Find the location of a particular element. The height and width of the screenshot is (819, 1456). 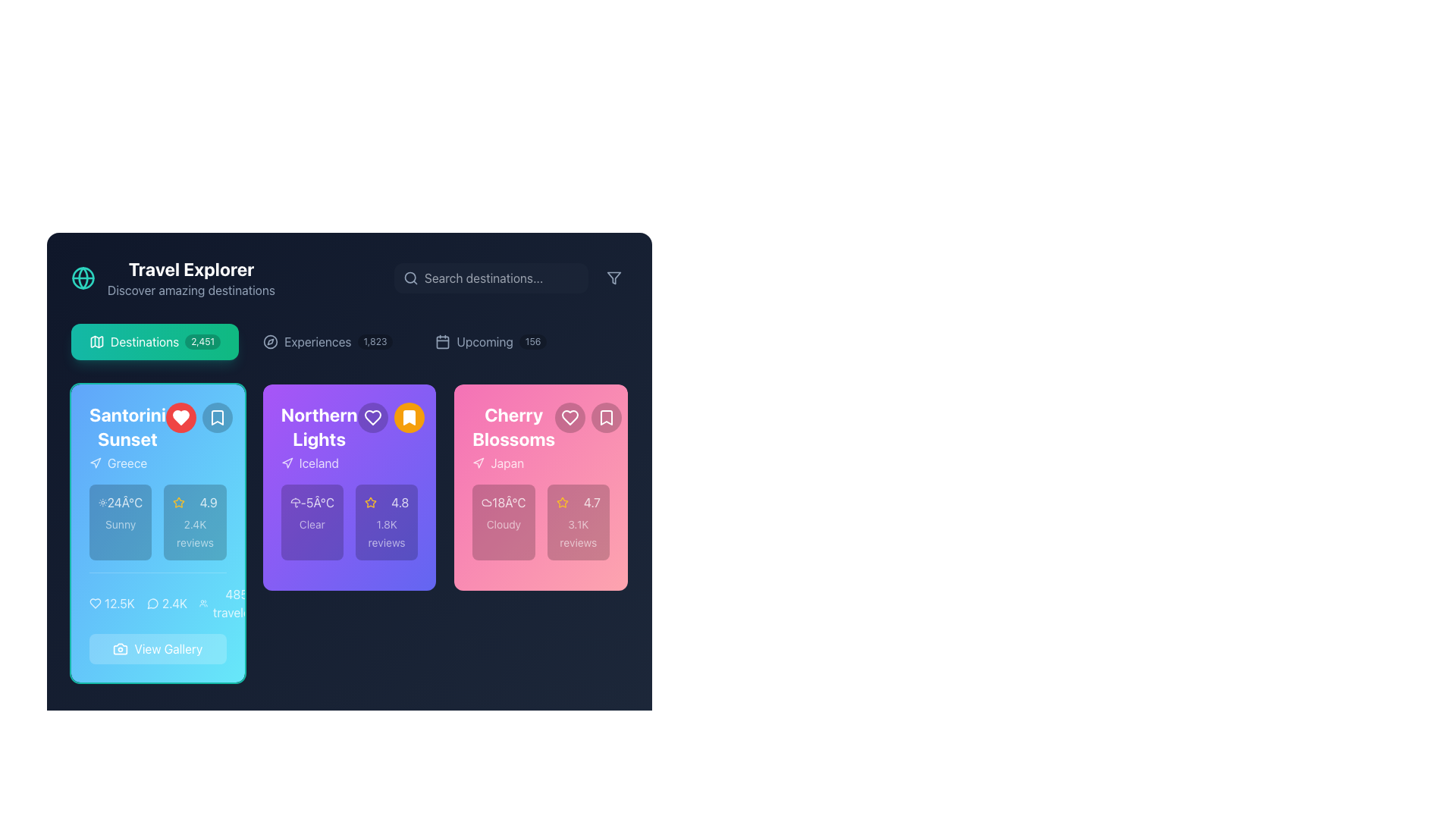

the temperature display '-5°C' in white text, which is located in the lower part of the purple card labeled 'Northern Lights' is located at coordinates (316, 503).